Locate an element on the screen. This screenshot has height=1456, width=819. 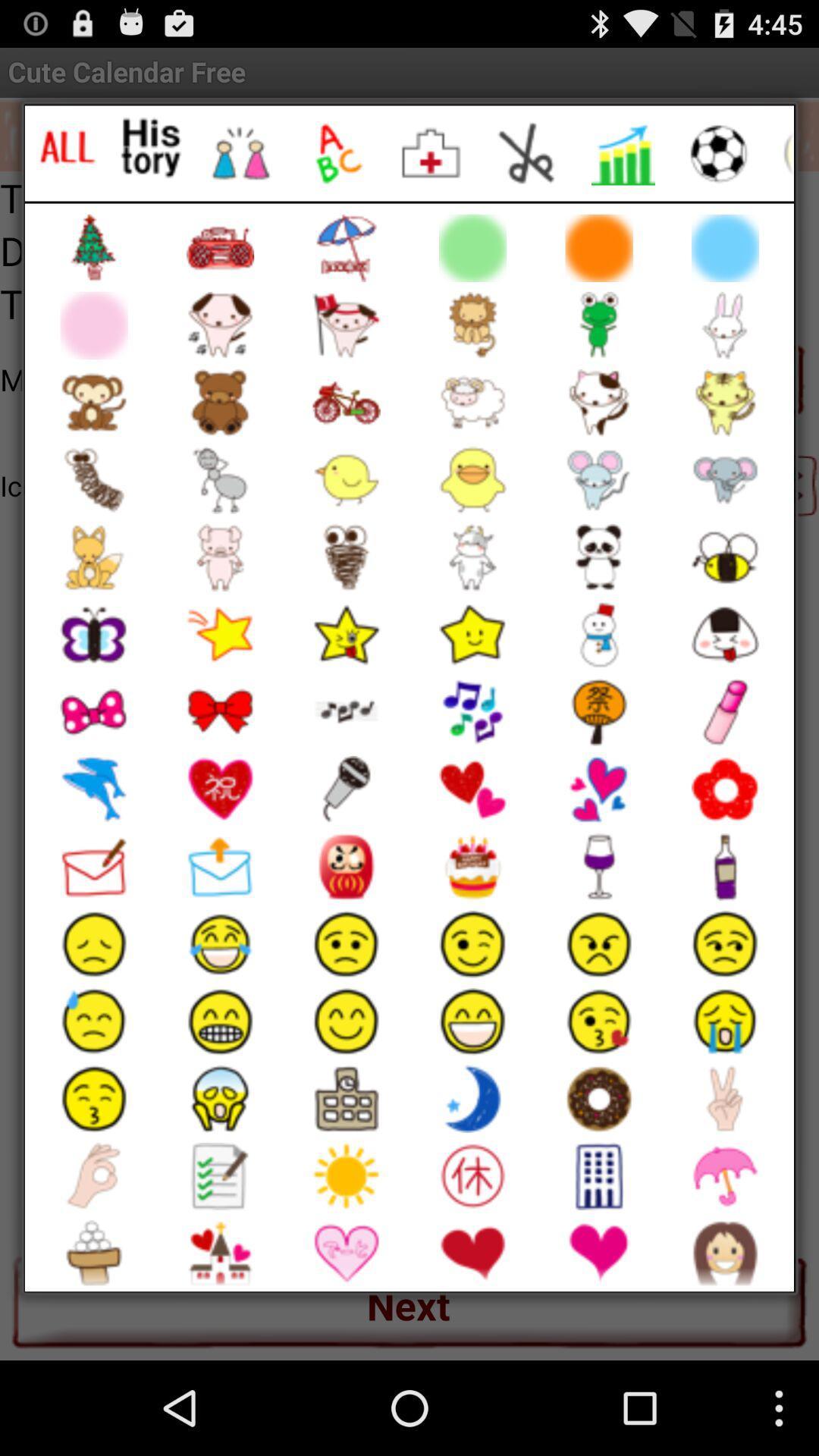
football picture/sticker is located at coordinates (718, 153).